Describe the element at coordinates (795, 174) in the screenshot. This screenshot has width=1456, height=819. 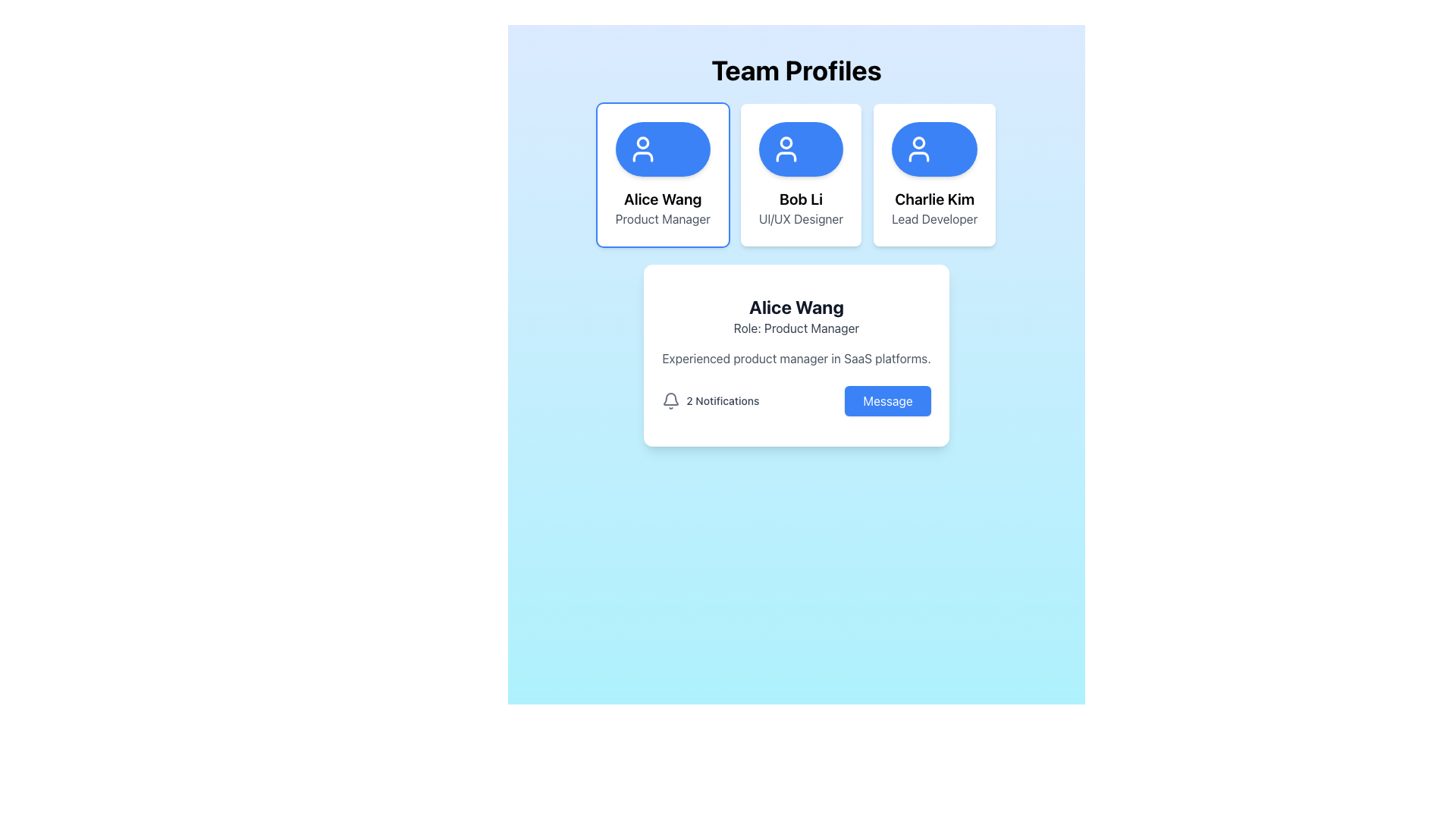
I see `the Profile Card of 'Bob Li', which features a blue circular icon with a white user symbol and the text 'Bob Li' in bold followed by 'UI/UX Designer' below` at that location.